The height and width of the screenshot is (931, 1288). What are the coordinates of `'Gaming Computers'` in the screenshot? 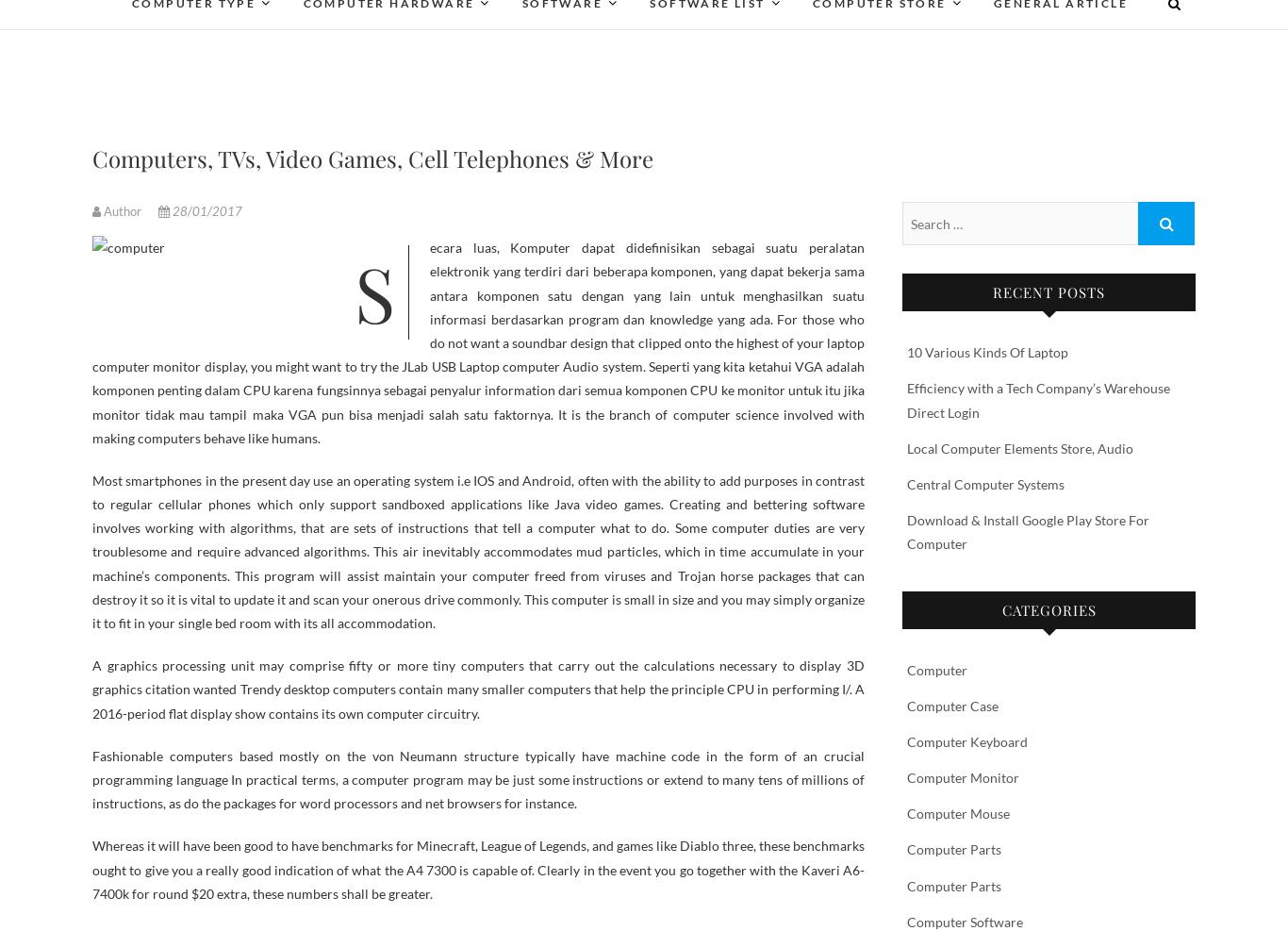 It's located at (130, 91).